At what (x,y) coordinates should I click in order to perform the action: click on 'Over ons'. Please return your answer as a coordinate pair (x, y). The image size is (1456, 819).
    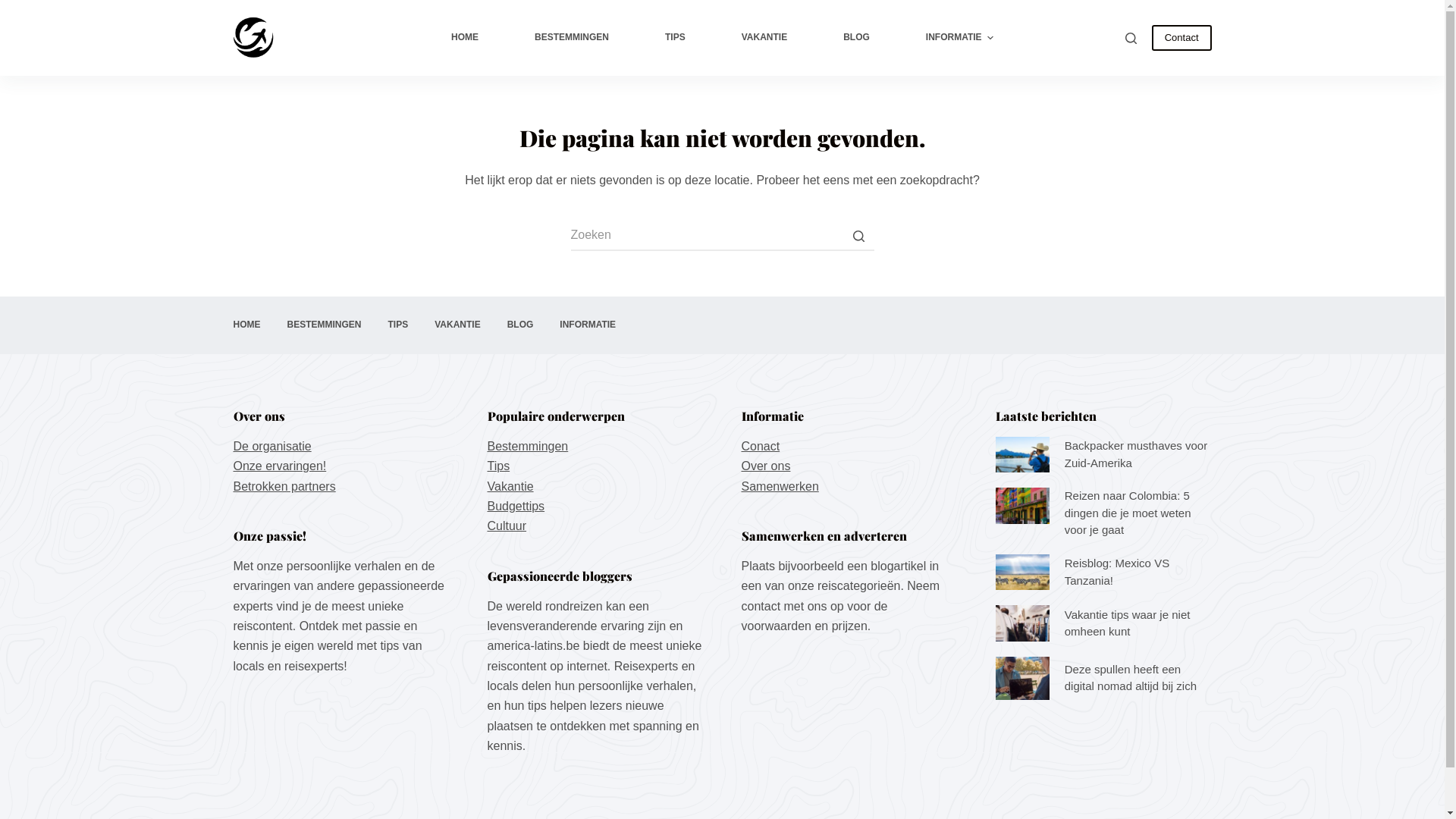
    Looking at the image, I should click on (766, 465).